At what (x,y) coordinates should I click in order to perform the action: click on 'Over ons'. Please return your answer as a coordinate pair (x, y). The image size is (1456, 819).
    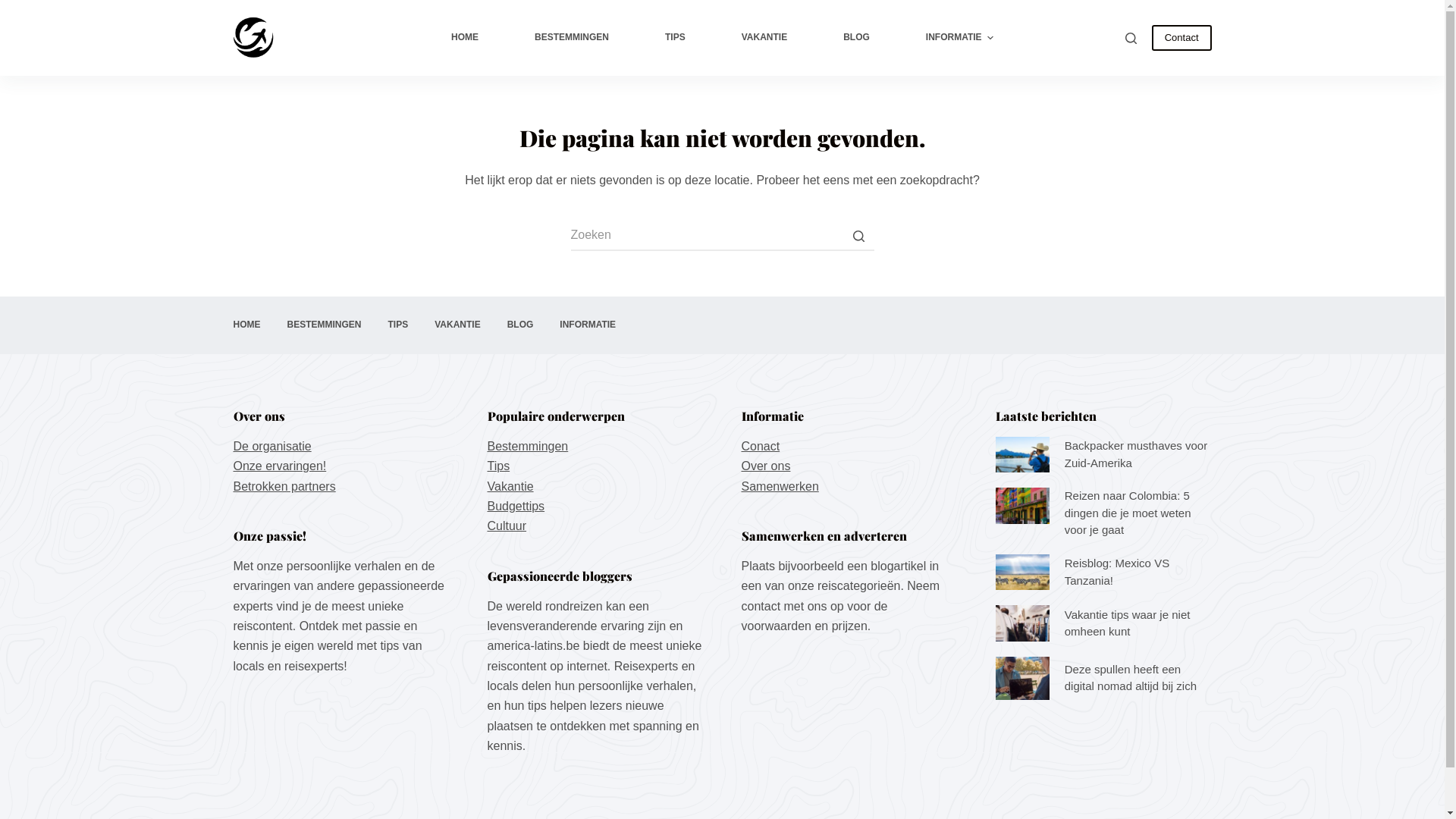
    Looking at the image, I should click on (766, 465).